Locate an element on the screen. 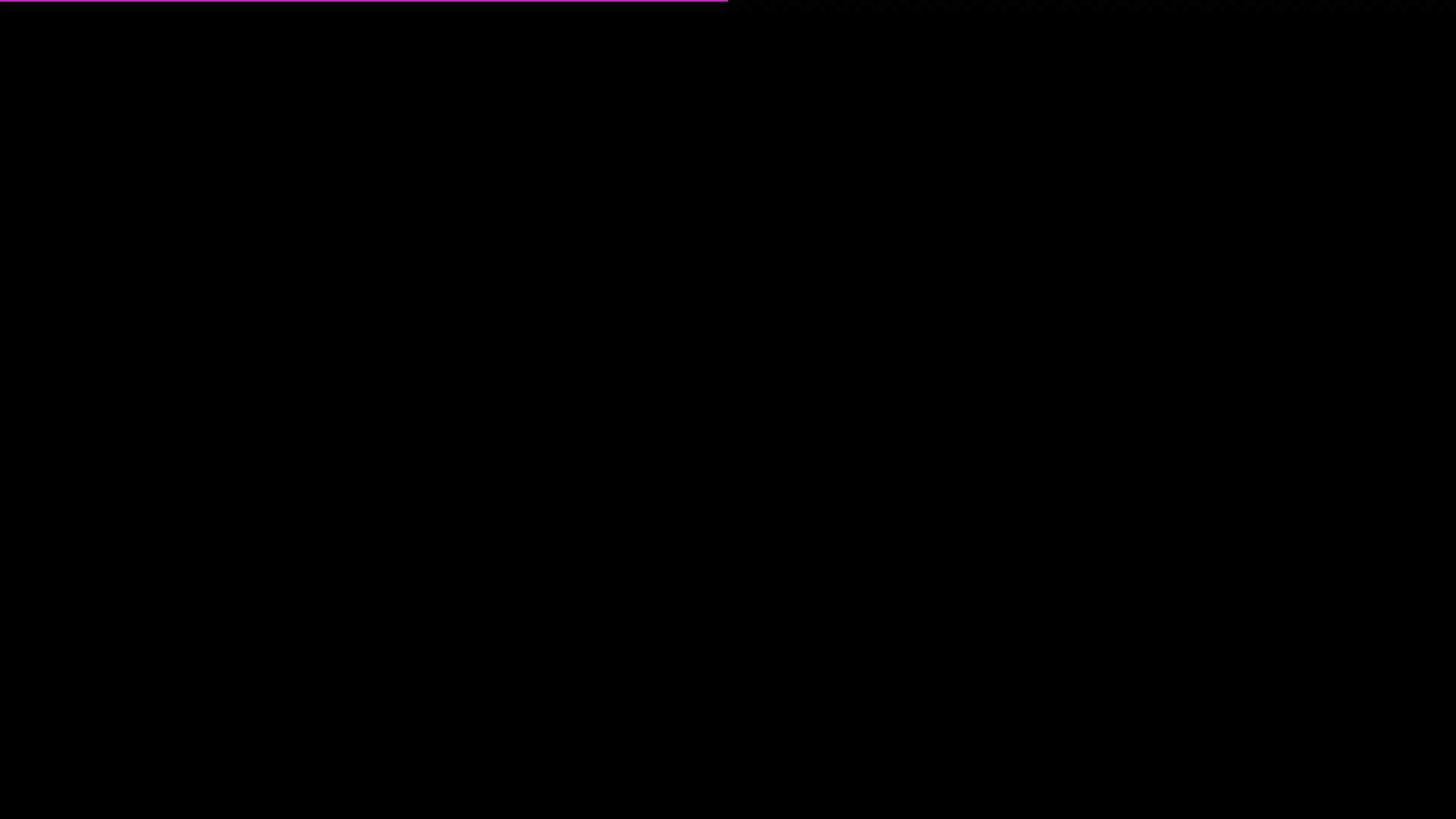 This screenshot has height=819, width=1456. Log in is located at coordinates (726, 427).